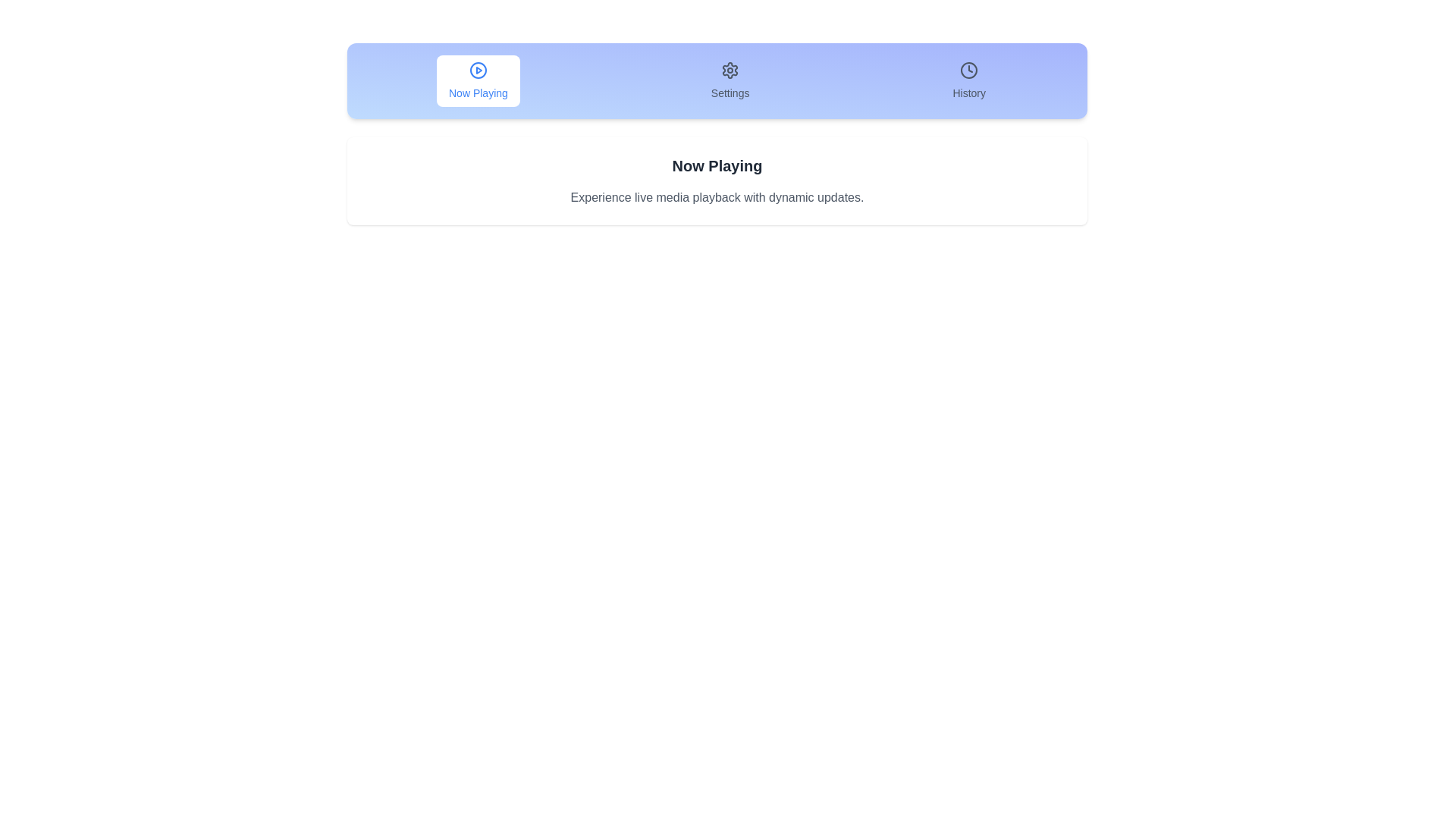  Describe the element at coordinates (477, 81) in the screenshot. I see `the Now Playing tab to switch the content` at that location.